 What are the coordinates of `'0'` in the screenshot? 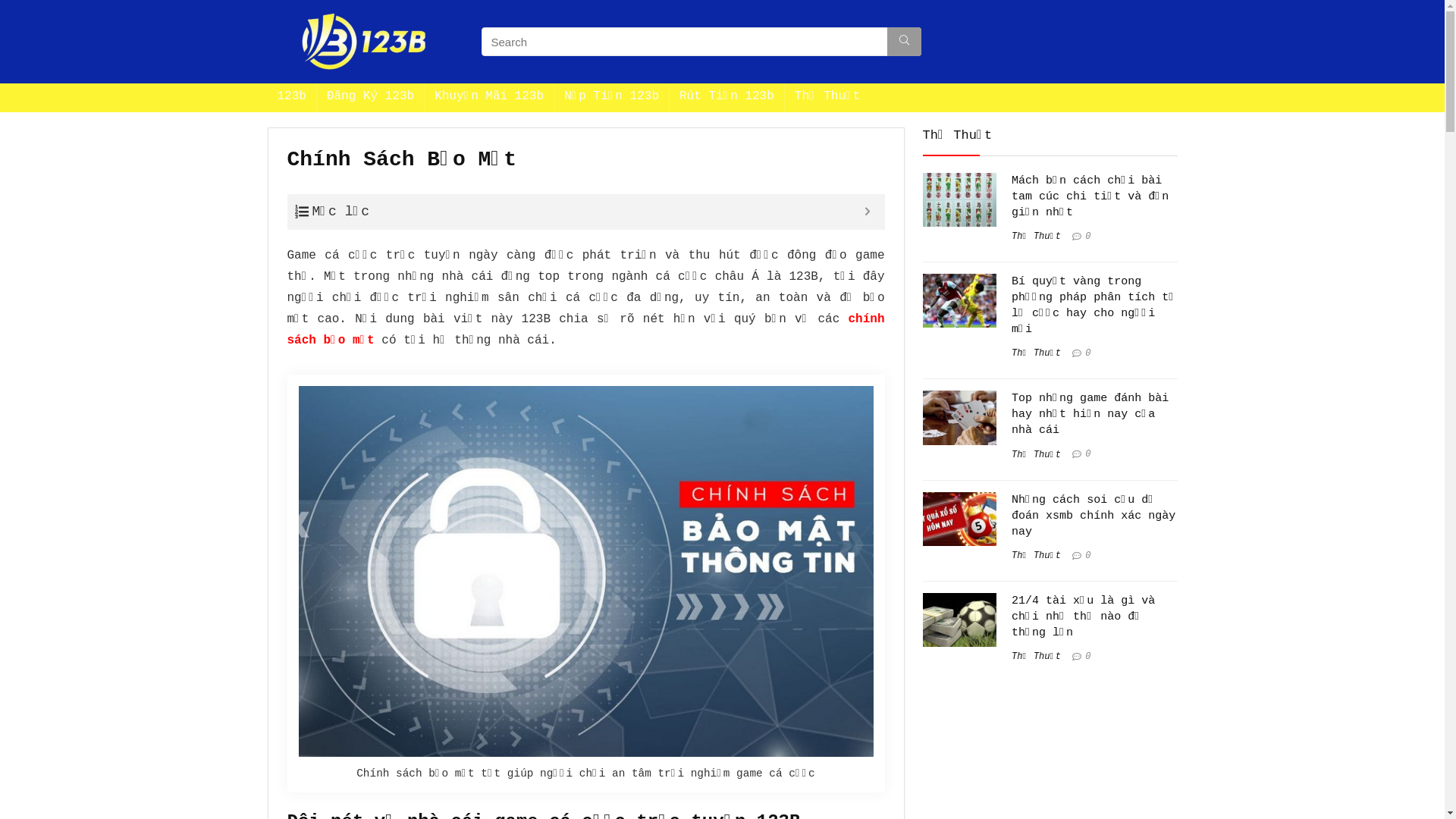 It's located at (1087, 237).